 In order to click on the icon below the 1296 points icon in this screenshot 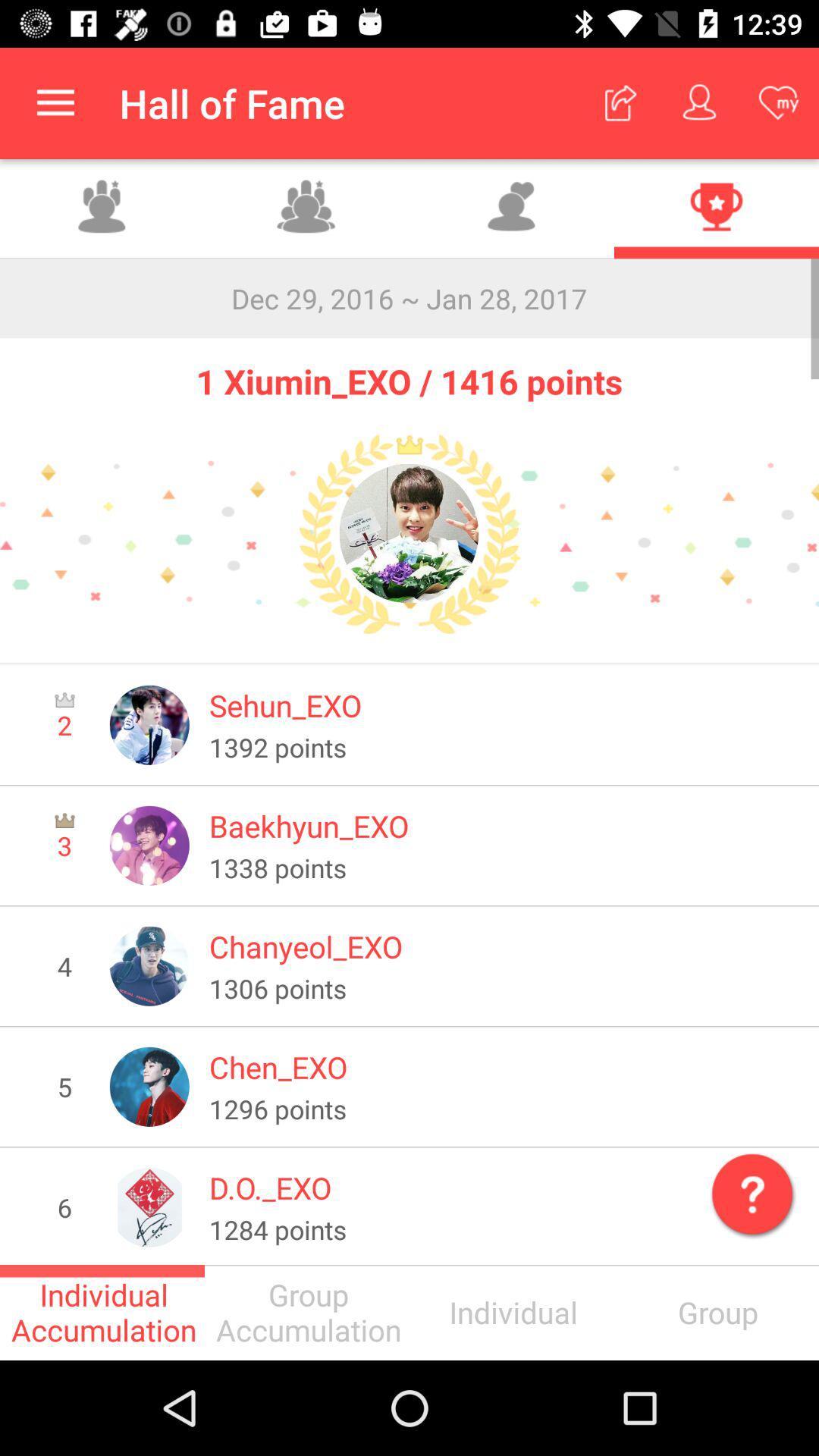, I will do `click(748, 1190)`.